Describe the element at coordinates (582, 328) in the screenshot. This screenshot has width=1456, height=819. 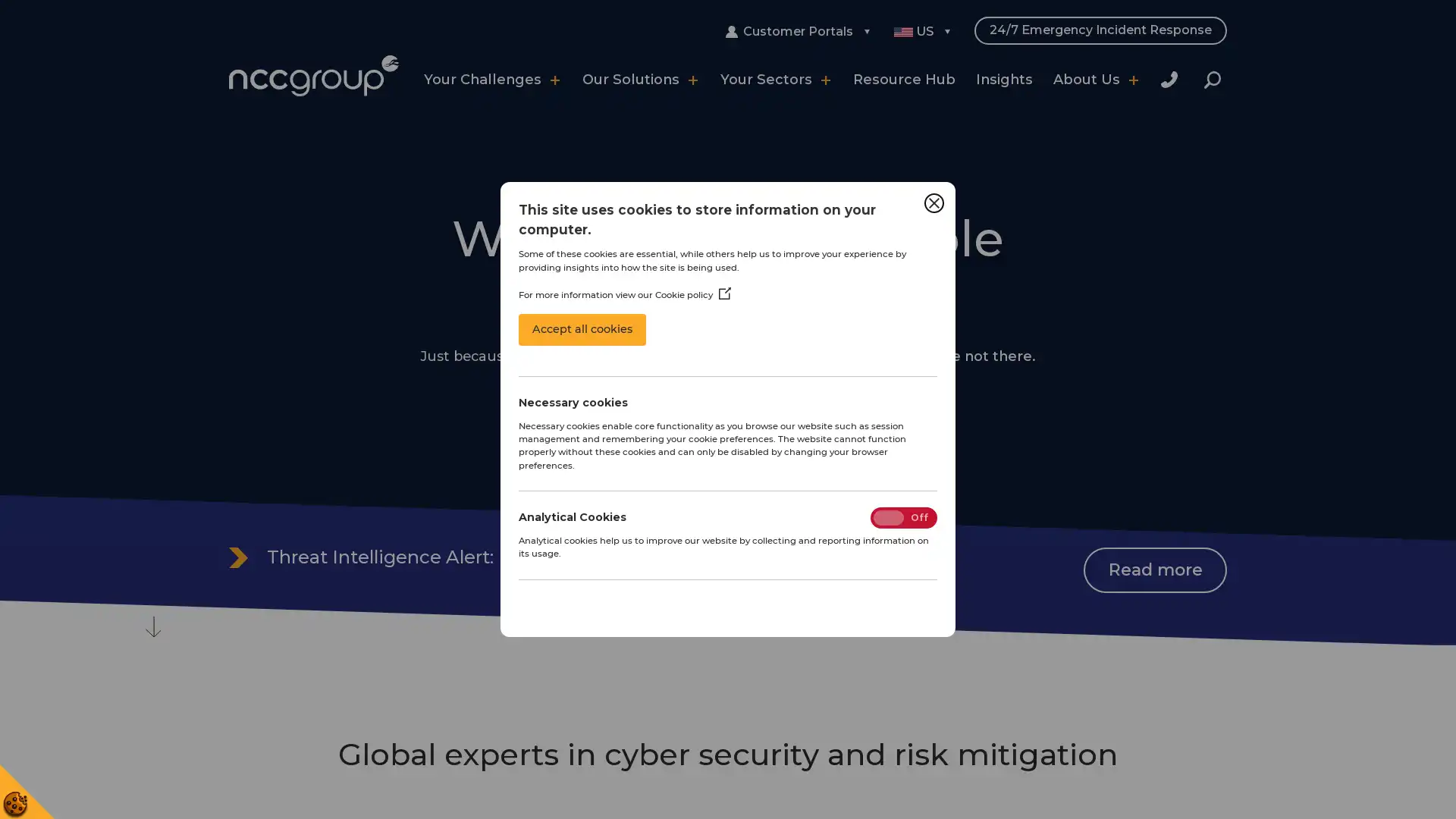
I see `Accept all cookies` at that location.